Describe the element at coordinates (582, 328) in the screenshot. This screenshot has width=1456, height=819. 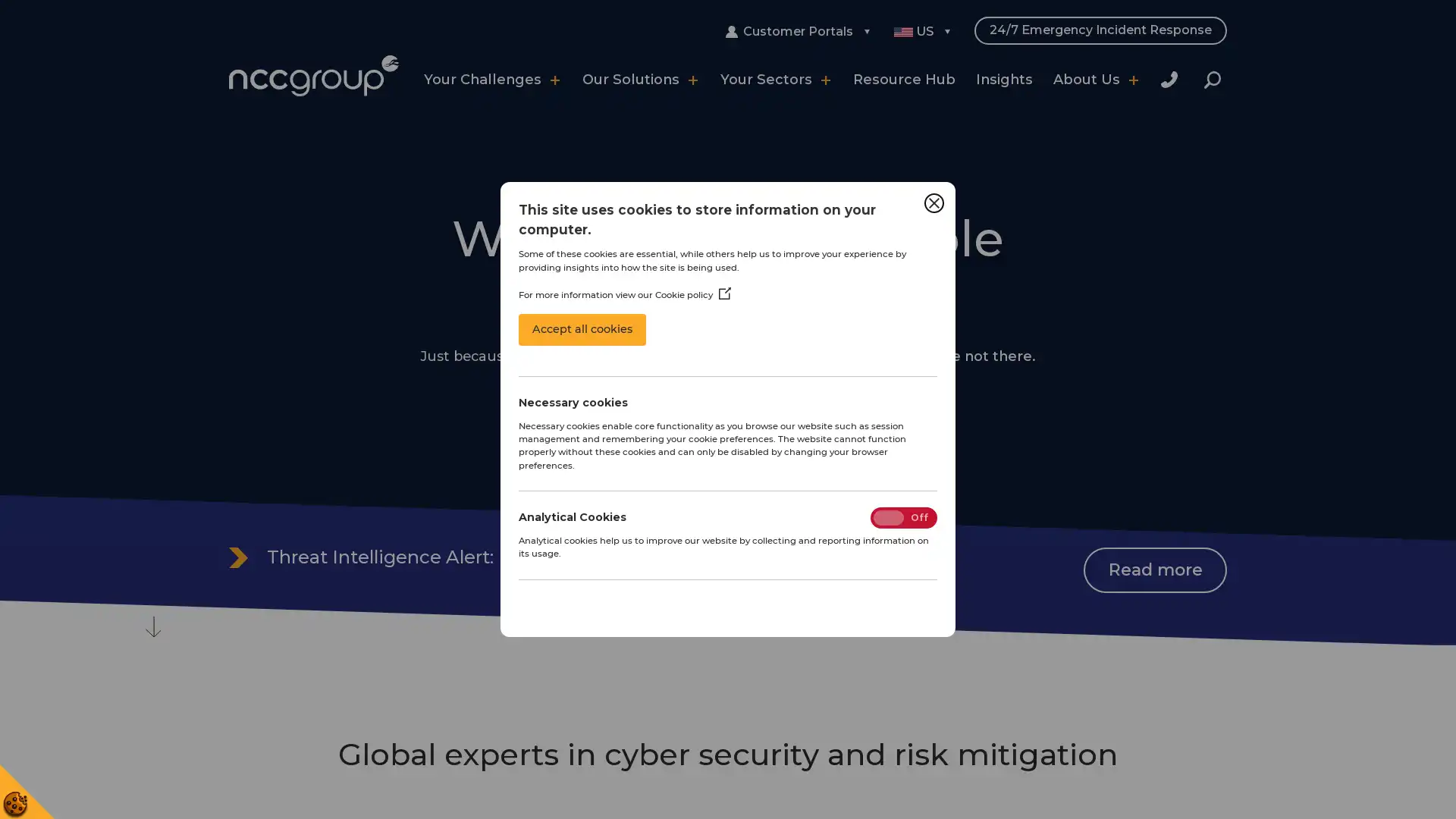
I see `Accept all cookies` at that location.